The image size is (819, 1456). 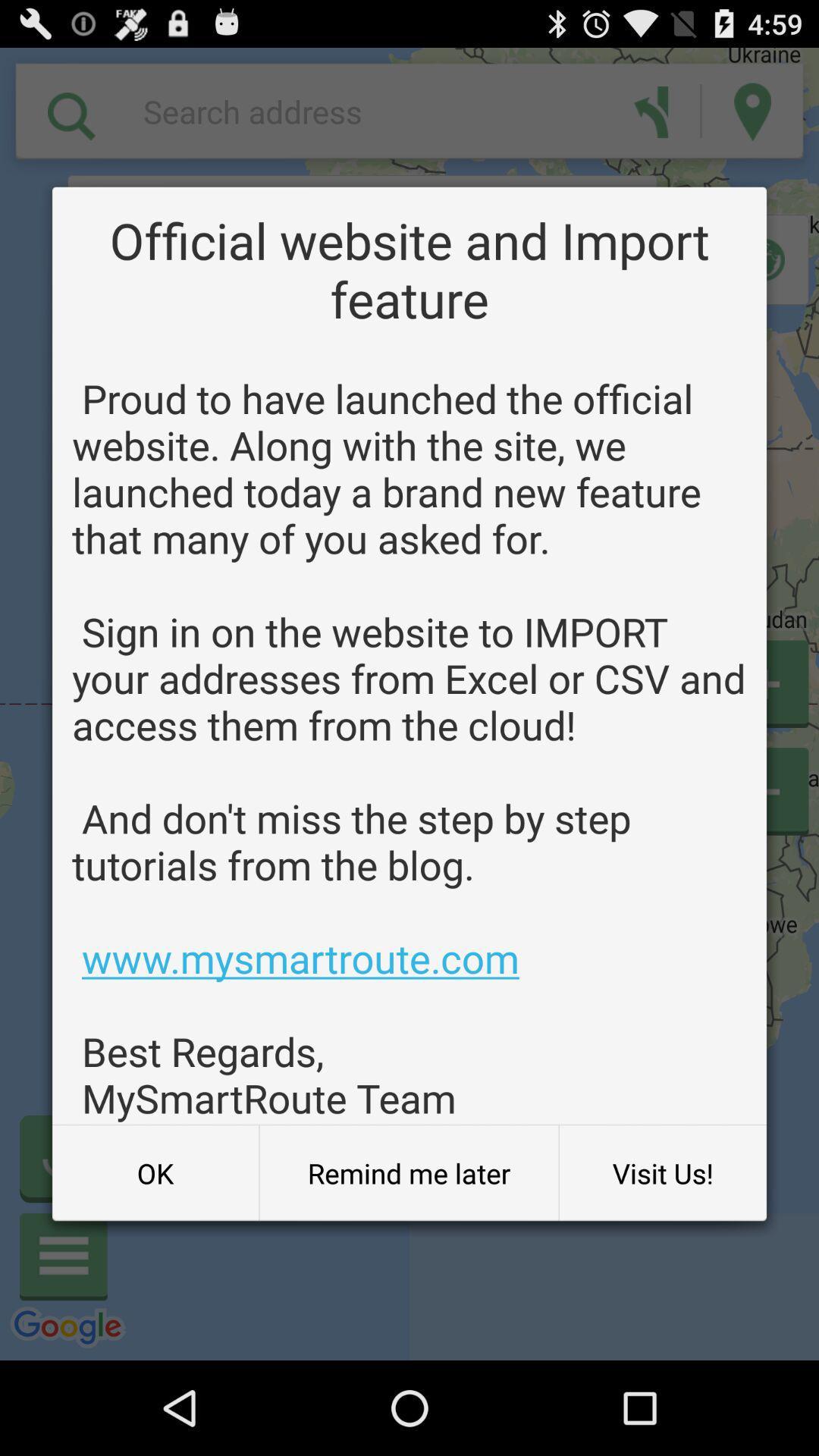 I want to click on button next to remind me later item, so click(x=155, y=1172).